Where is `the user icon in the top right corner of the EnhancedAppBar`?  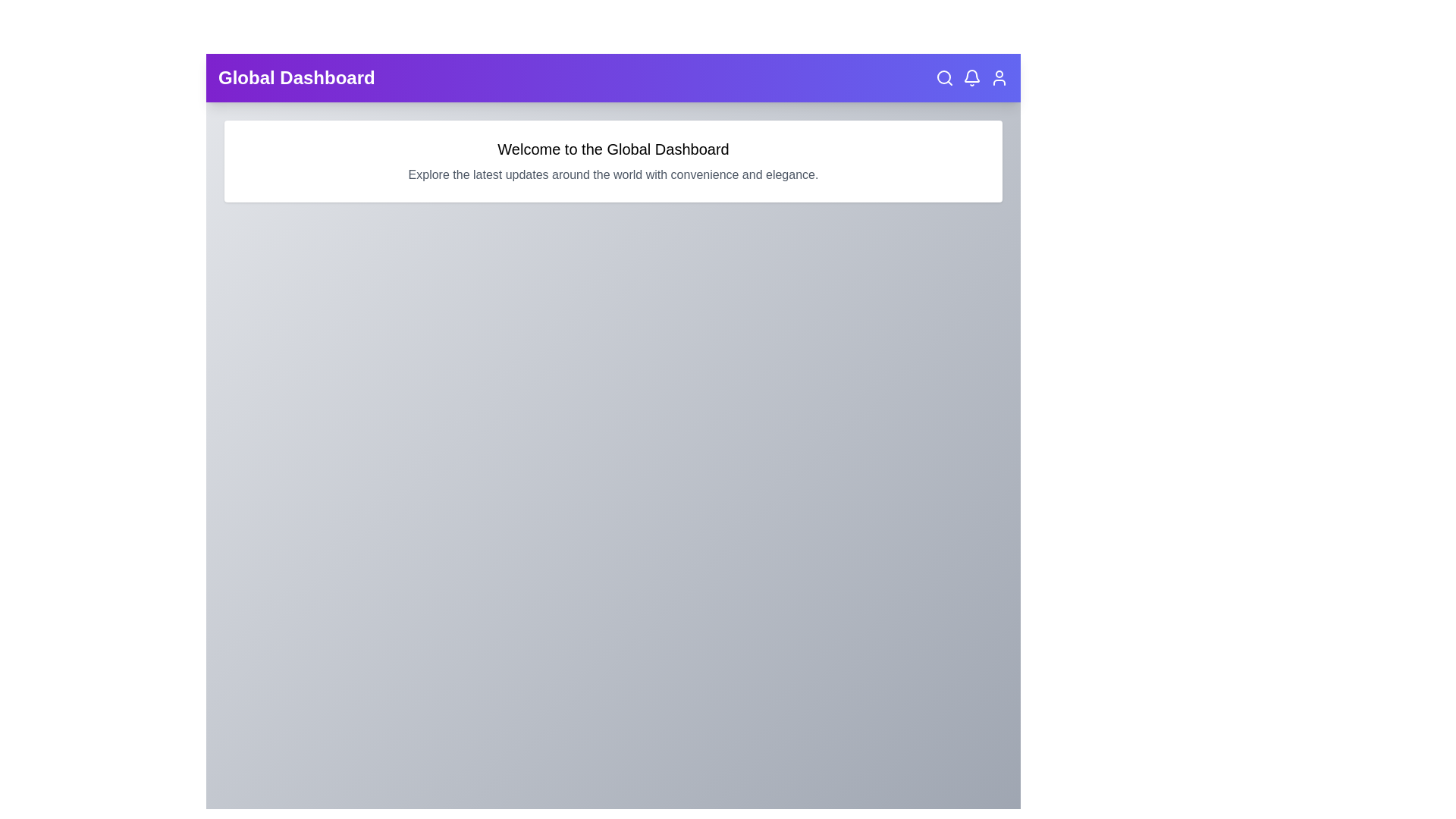 the user icon in the top right corner of the EnhancedAppBar is located at coordinates (999, 78).